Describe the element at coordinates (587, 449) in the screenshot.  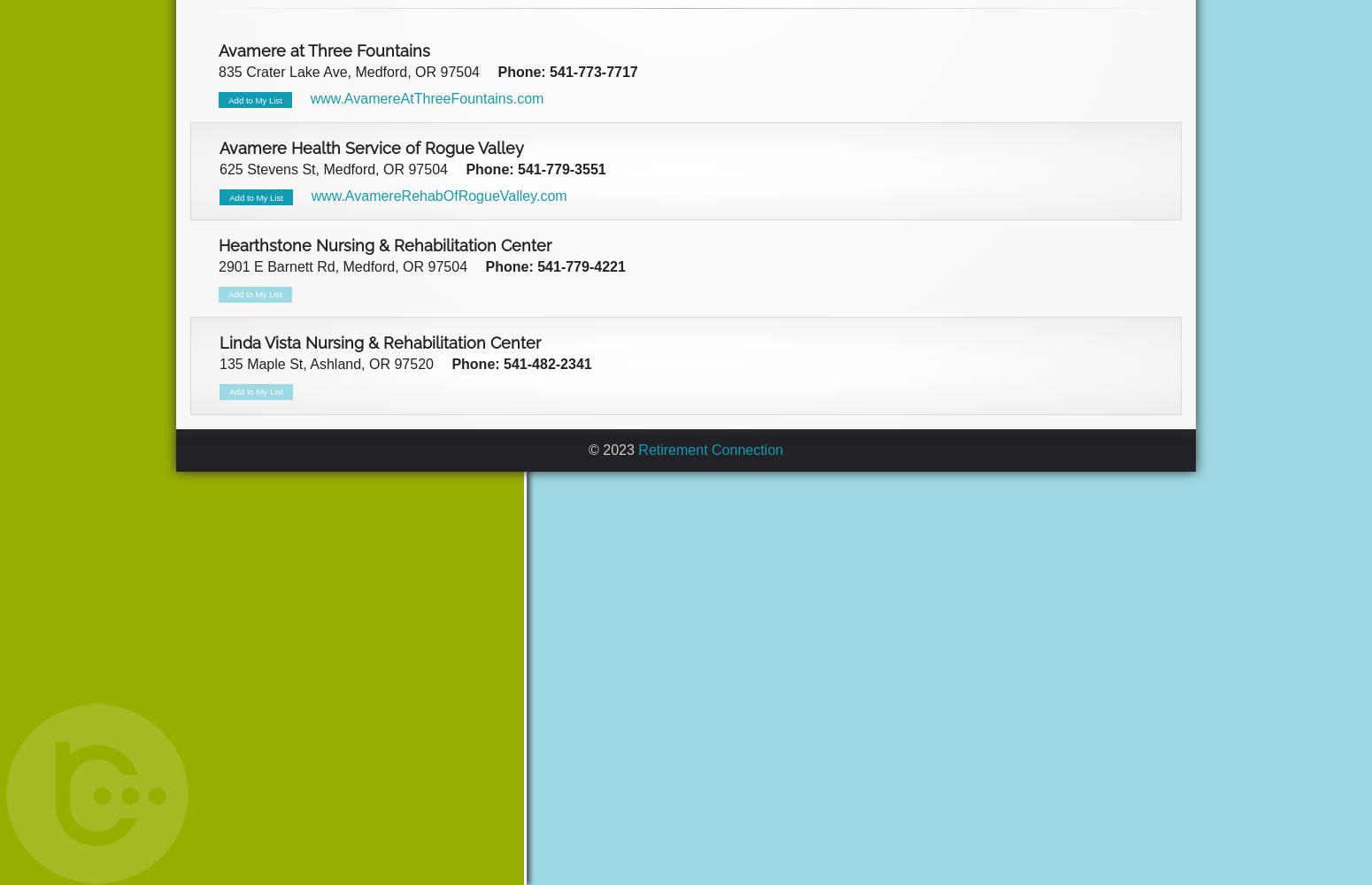
I see `'© 2023'` at that location.